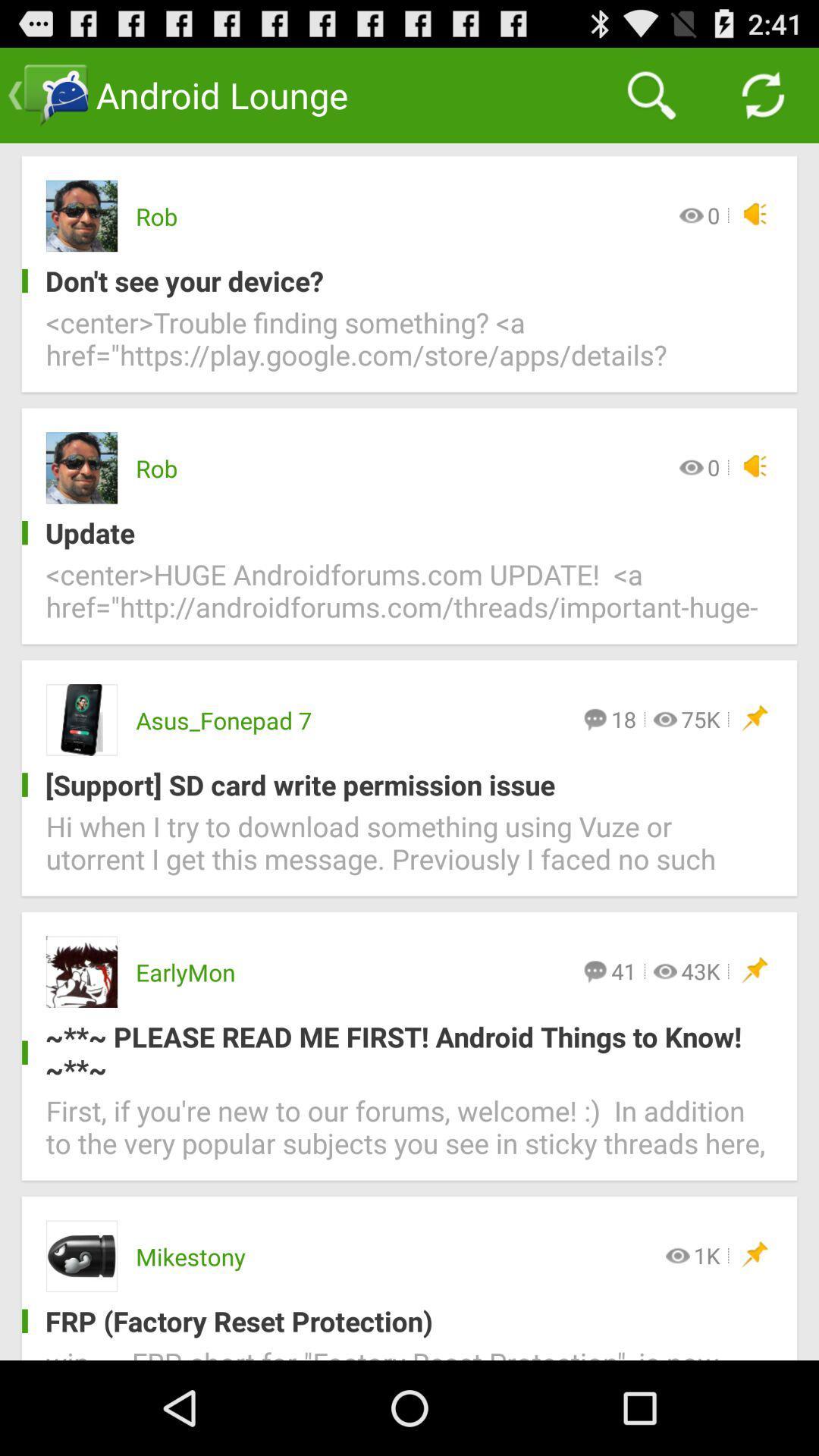 This screenshot has width=819, height=1456. What do you see at coordinates (409, 599) in the screenshot?
I see `the center huge androidforums icon` at bounding box center [409, 599].